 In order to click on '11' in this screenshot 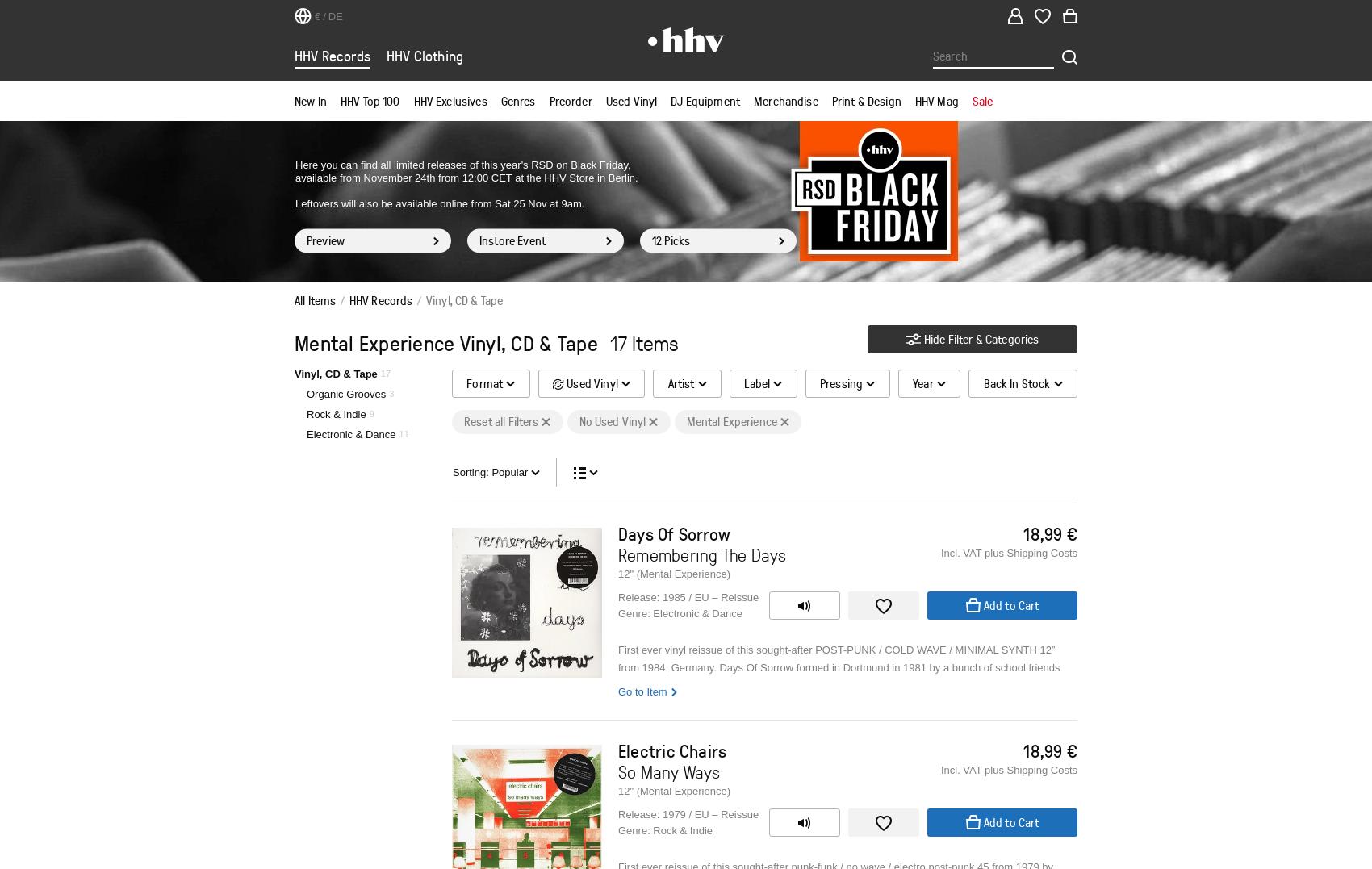, I will do `click(403, 432)`.